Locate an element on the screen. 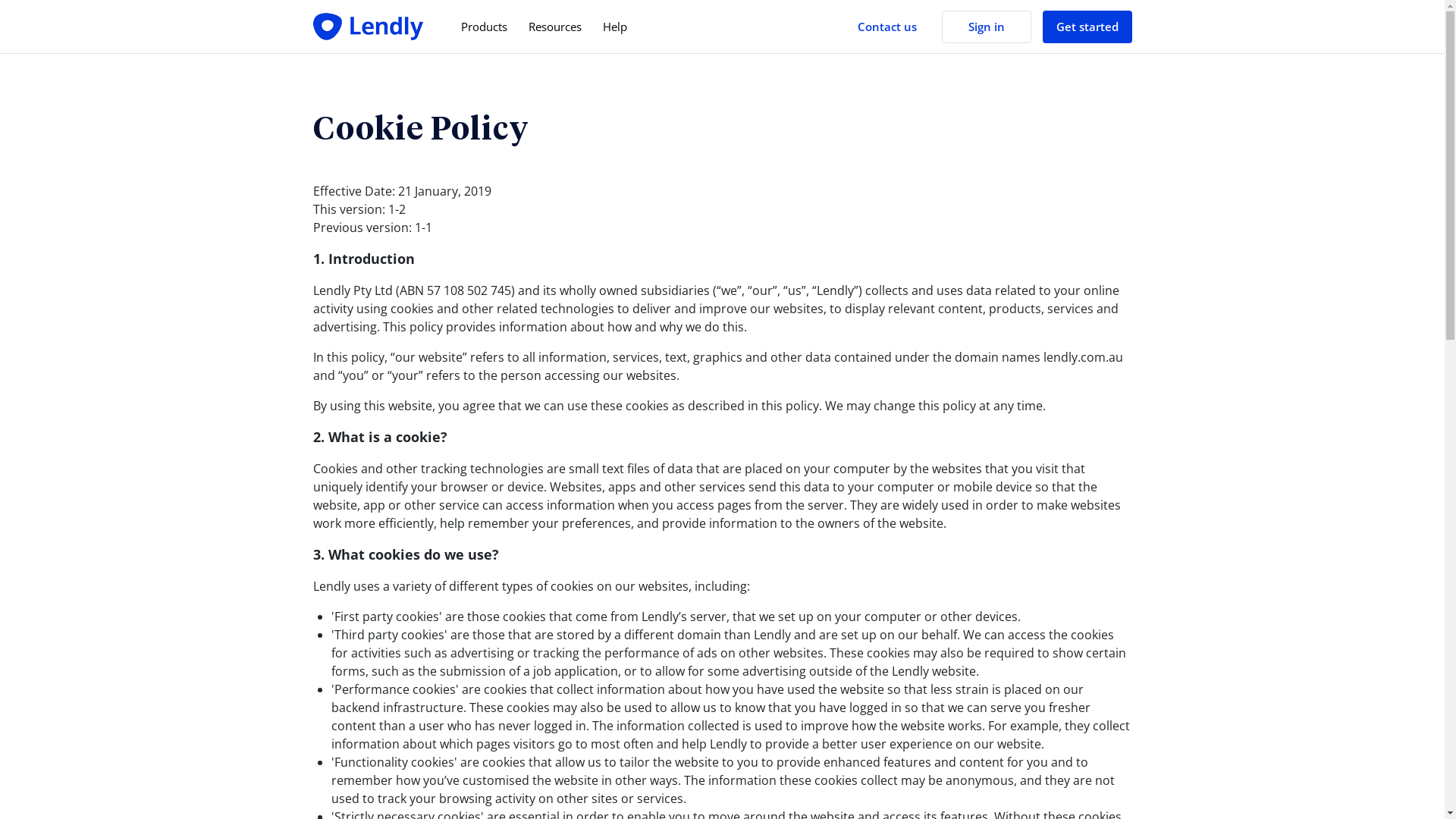  'Products' is located at coordinates (483, 27).